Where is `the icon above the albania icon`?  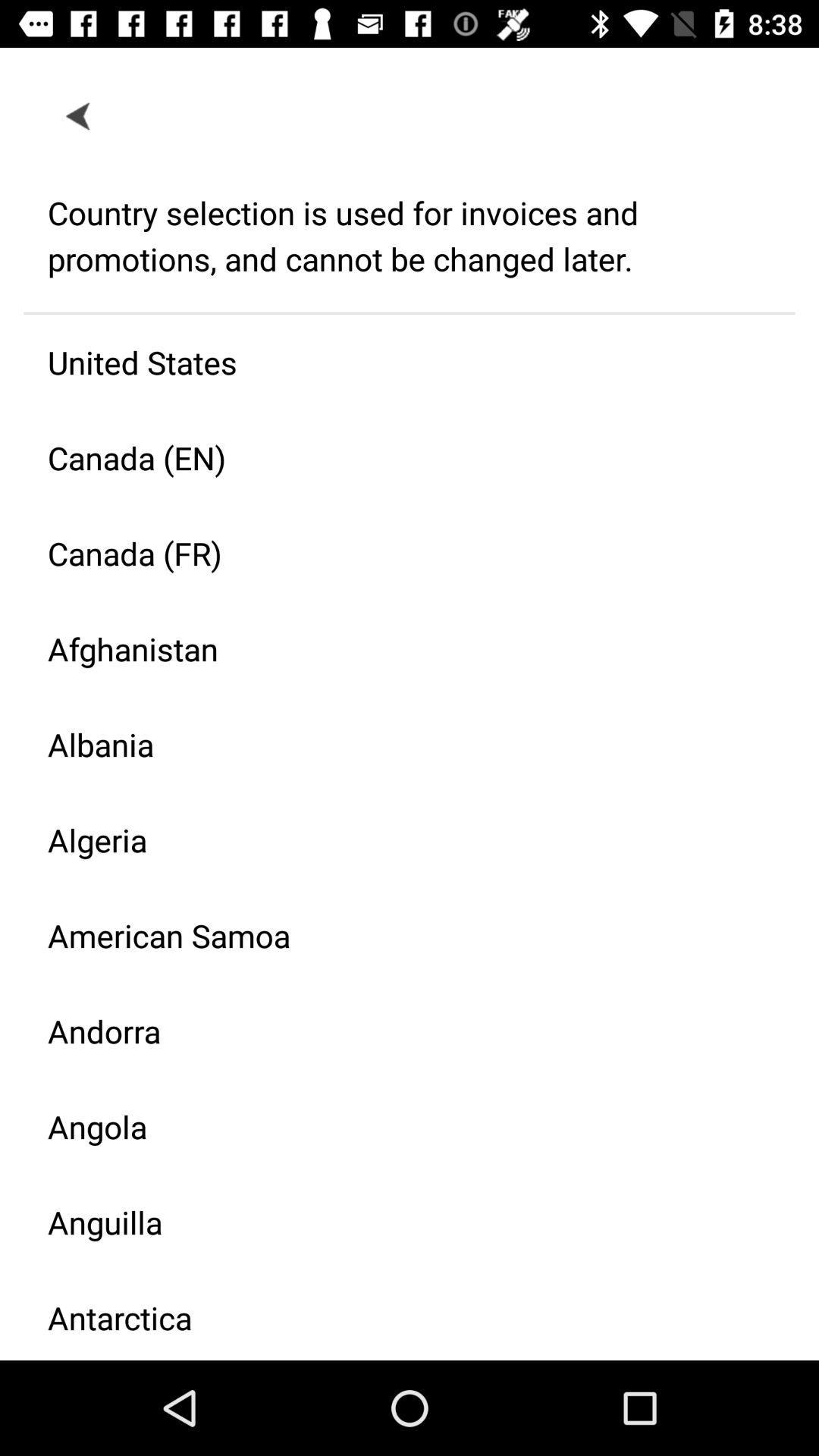
the icon above the albania icon is located at coordinates (397, 648).